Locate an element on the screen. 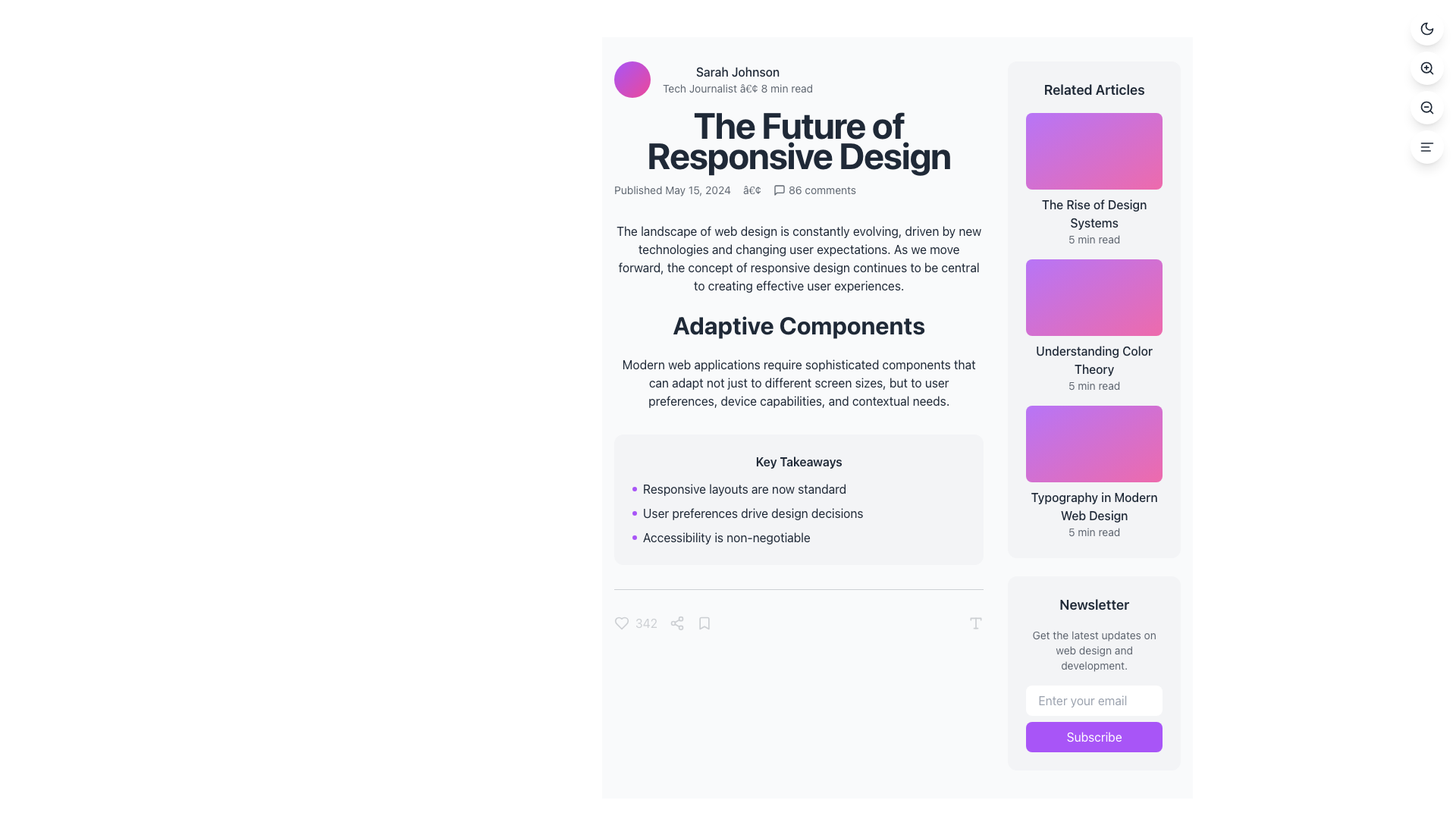 The image size is (1456, 819). the heading element, which serves as the title for the article and is located in the upper-central part of the interface, directly below the author's name and article metadata is located at coordinates (798, 140).